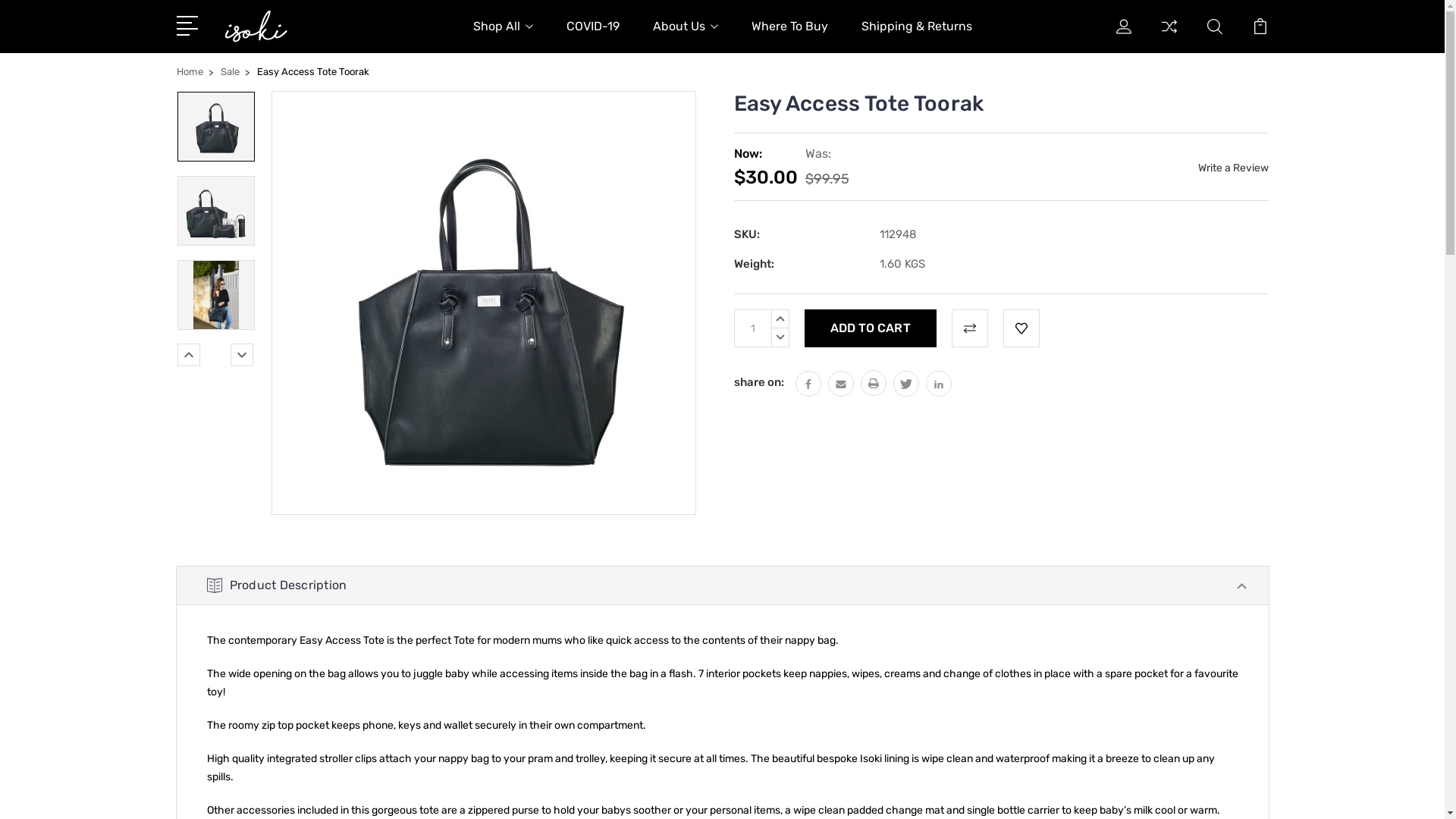 The width and height of the screenshot is (1456, 819). What do you see at coordinates (256, 26) in the screenshot?
I see `'Isoki Australia'` at bounding box center [256, 26].